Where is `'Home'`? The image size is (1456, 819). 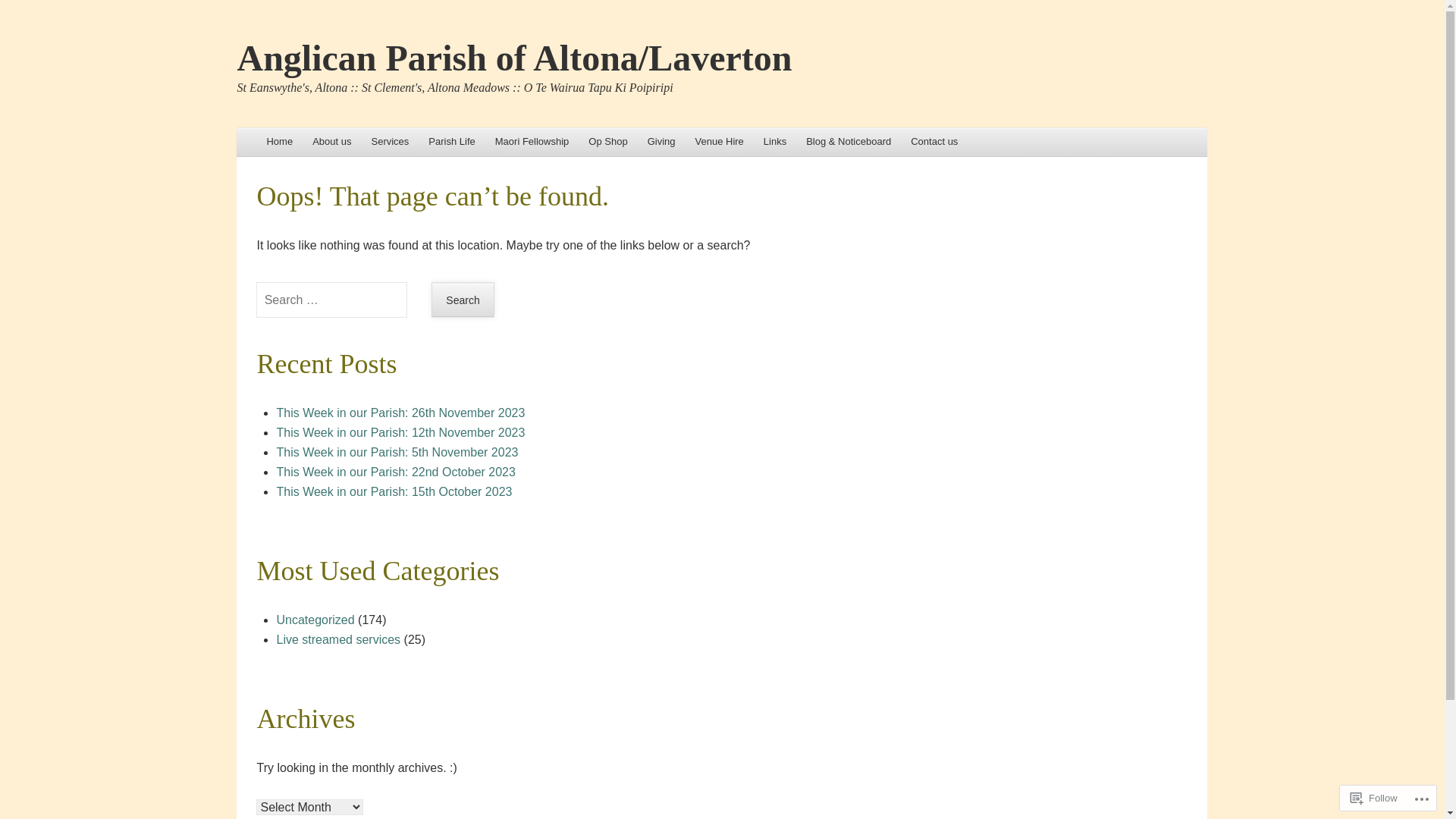
'Home' is located at coordinates (256, 142).